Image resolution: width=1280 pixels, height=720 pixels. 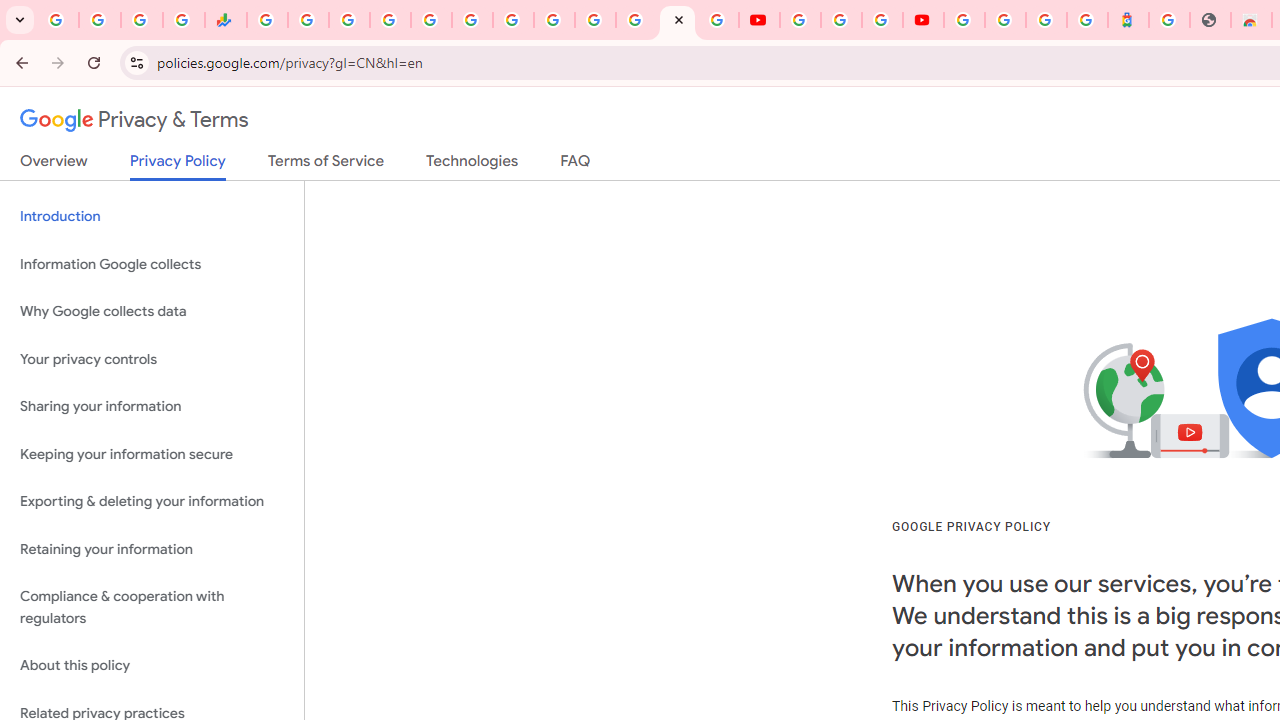 What do you see at coordinates (758, 20) in the screenshot?
I see `'YouTube'` at bounding box center [758, 20].